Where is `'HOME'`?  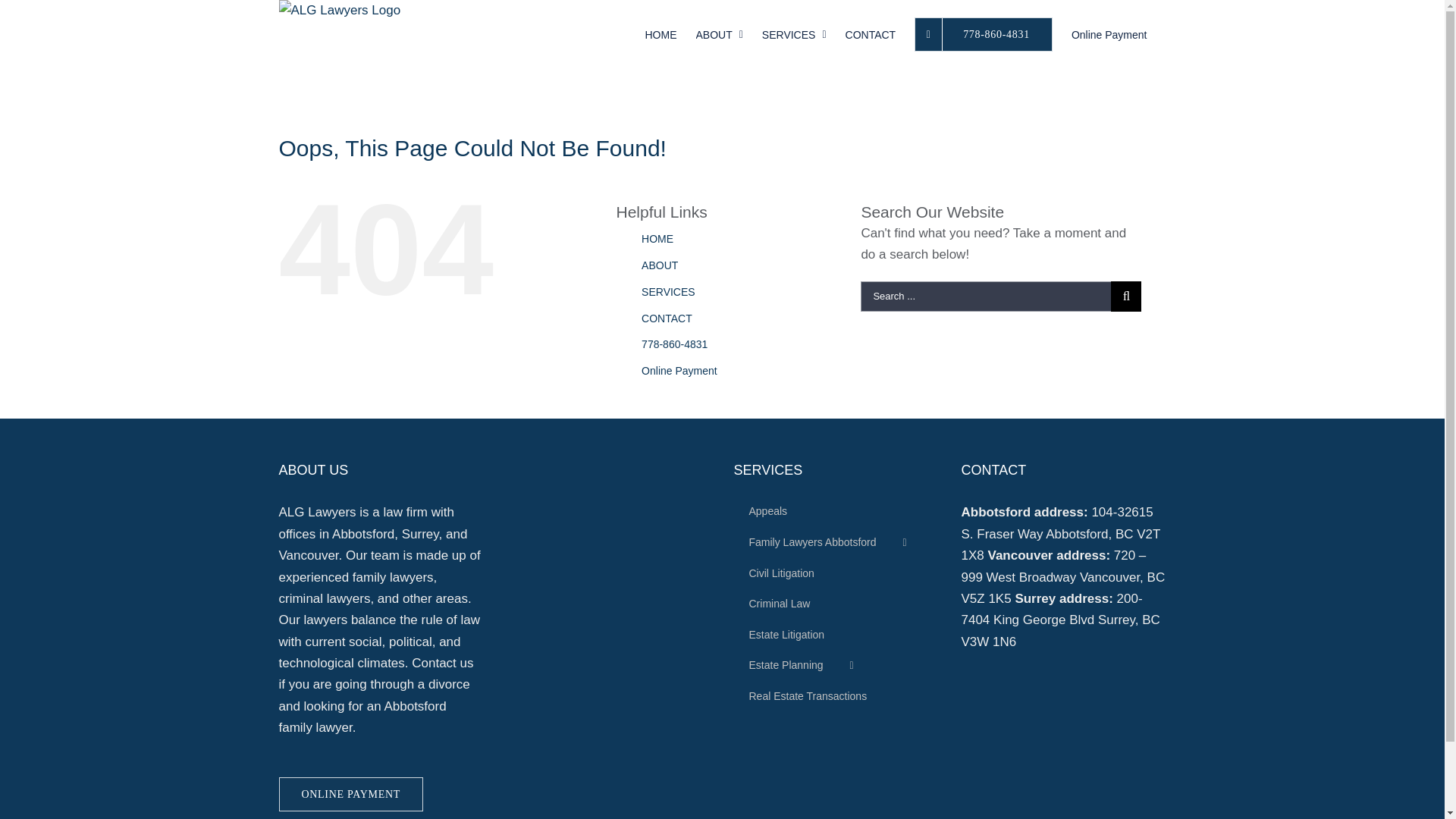 'HOME' is located at coordinates (644, 33).